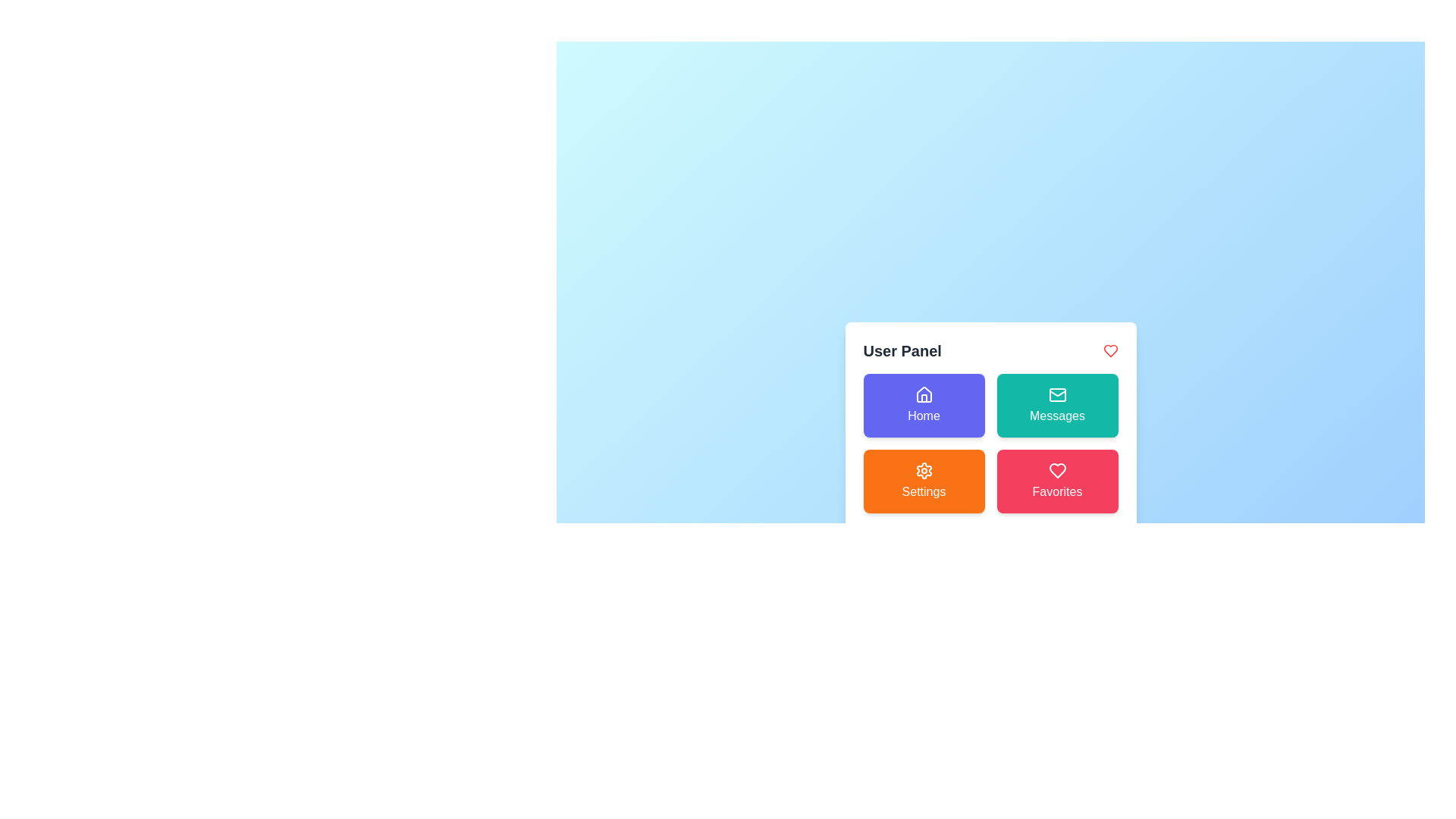 The width and height of the screenshot is (1456, 819). Describe the element at coordinates (923, 394) in the screenshot. I see `the house-shaped icon within the 'Home' button located in the User Panel card, which is styled with thin, clean strokes for a modern look` at that location.